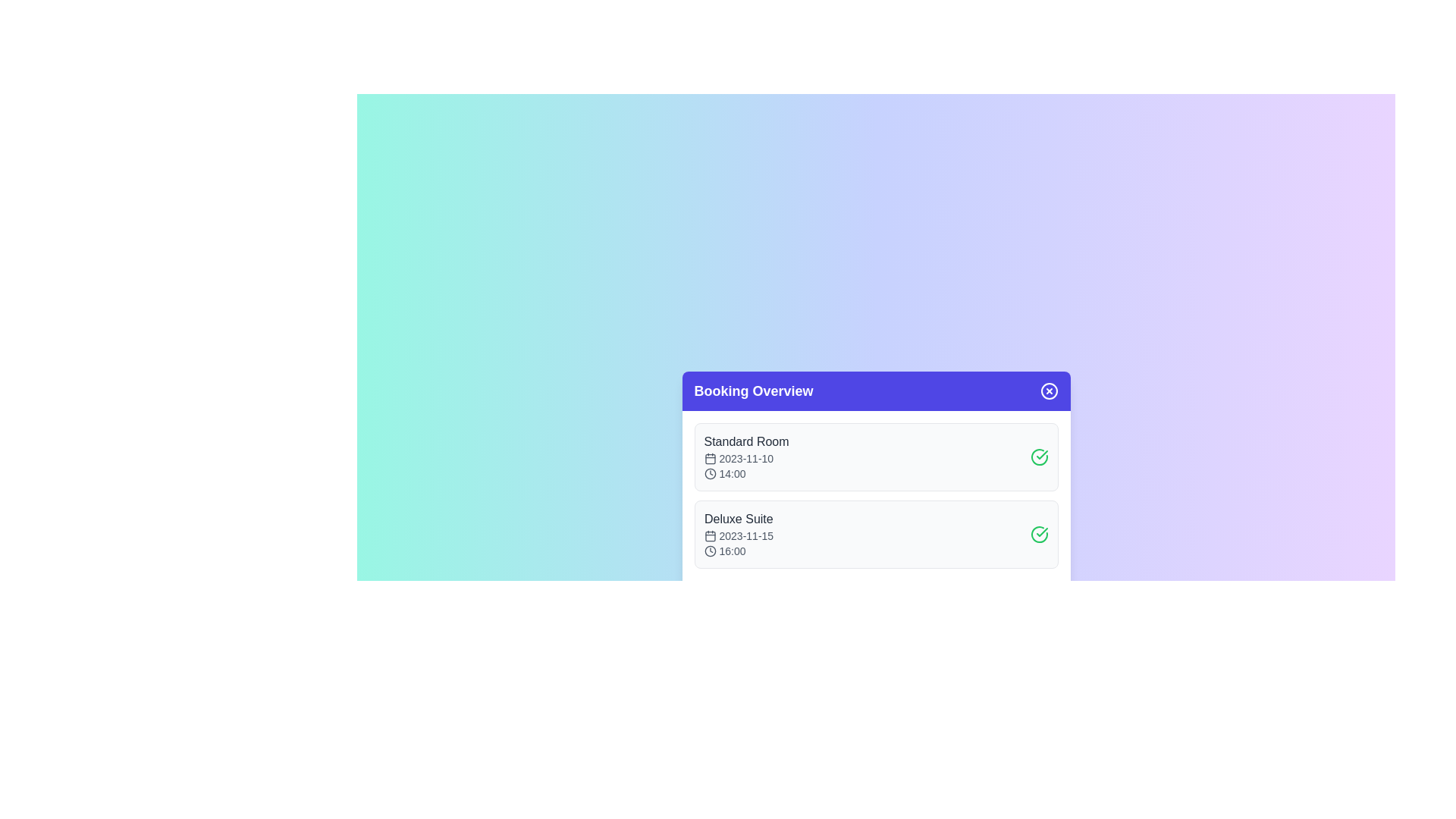 The image size is (1456, 819). I want to click on the close button to close the dialog, so click(1048, 391).